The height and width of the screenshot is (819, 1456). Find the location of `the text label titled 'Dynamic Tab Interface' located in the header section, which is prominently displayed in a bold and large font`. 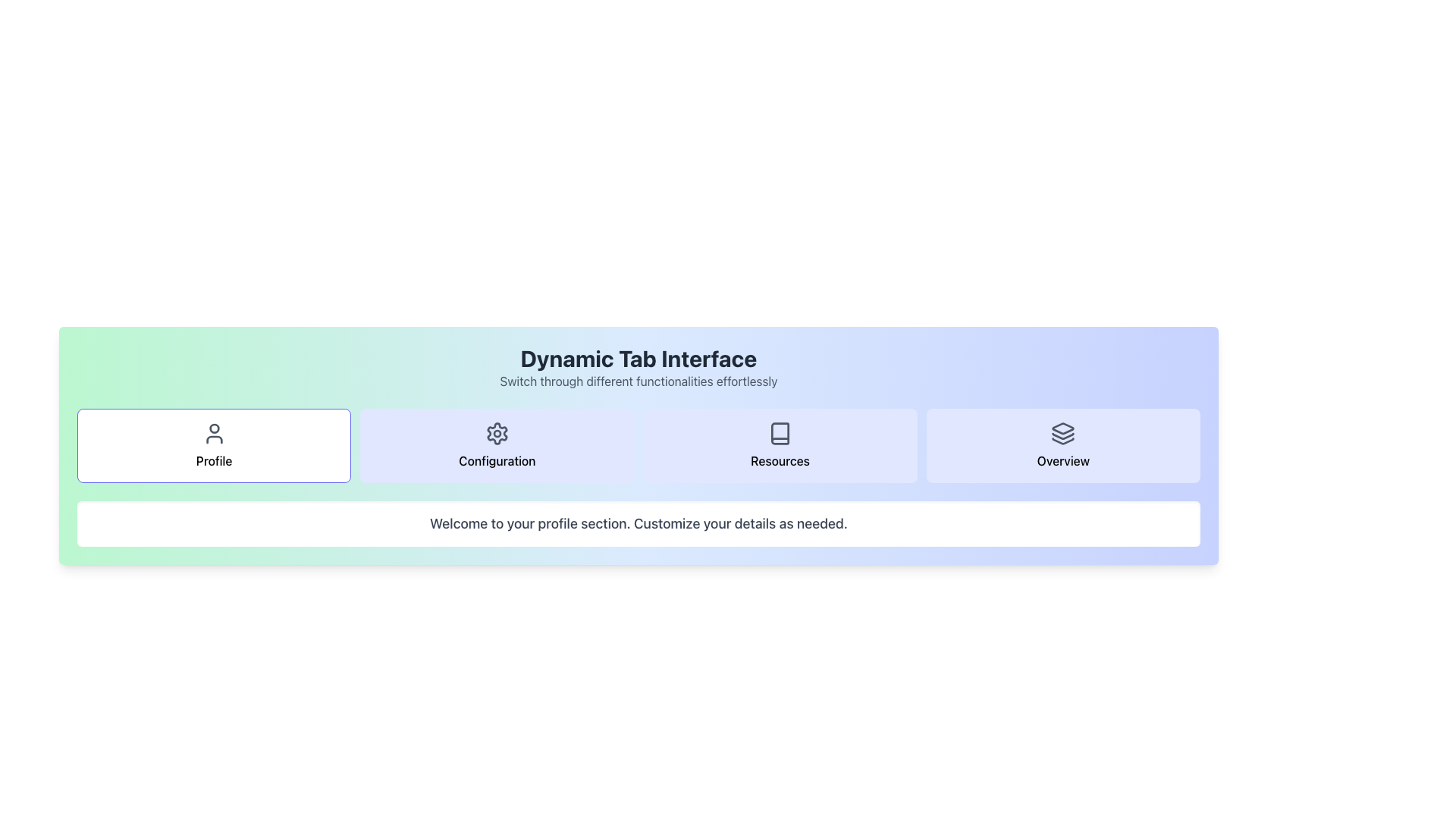

the text label titled 'Dynamic Tab Interface' located in the header section, which is prominently displayed in a bold and large font is located at coordinates (639, 359).